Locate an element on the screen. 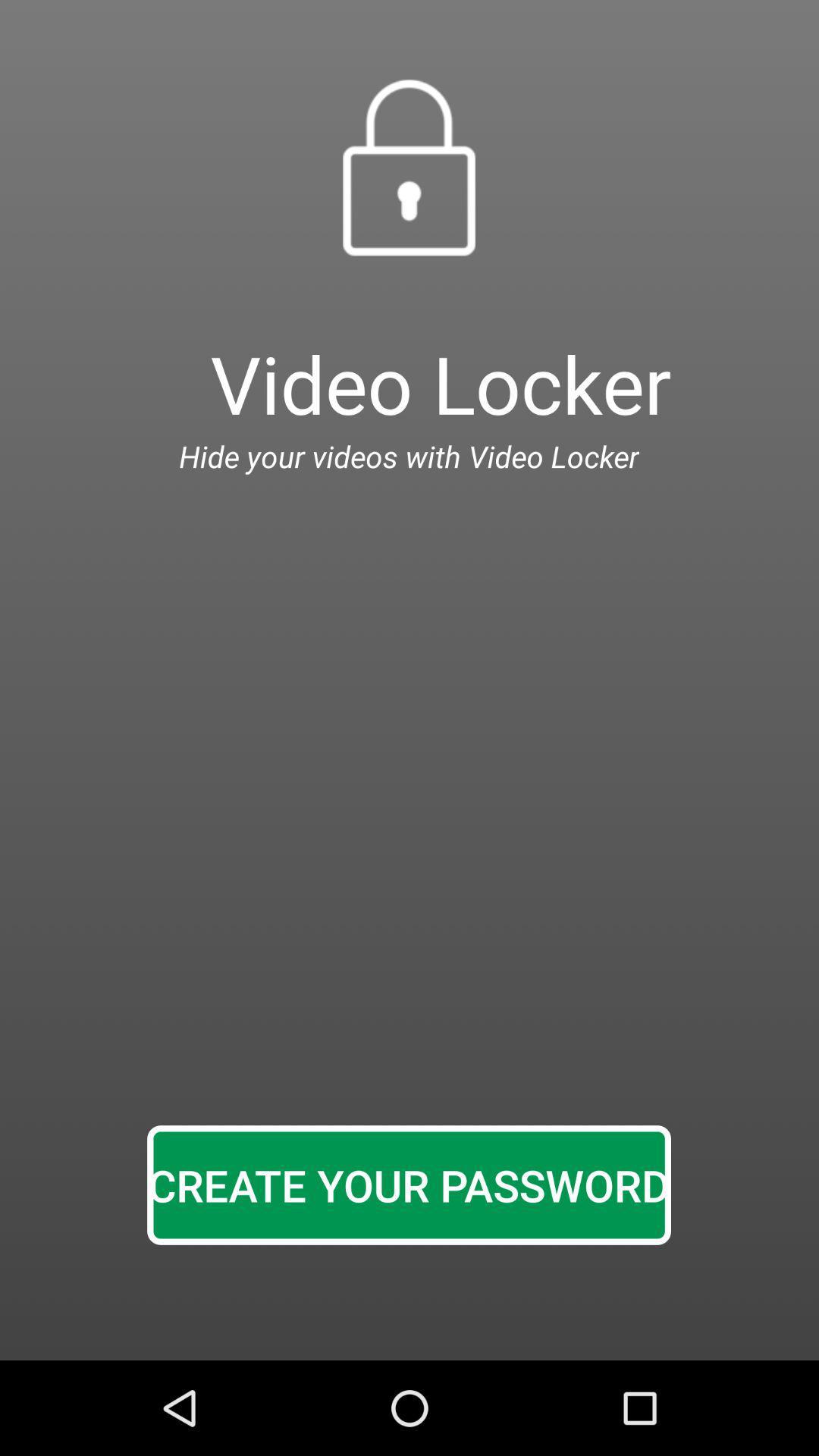 This screenshot has height=1456, width=819. the item below hide your videos item is located at coordinates (408, 1185).